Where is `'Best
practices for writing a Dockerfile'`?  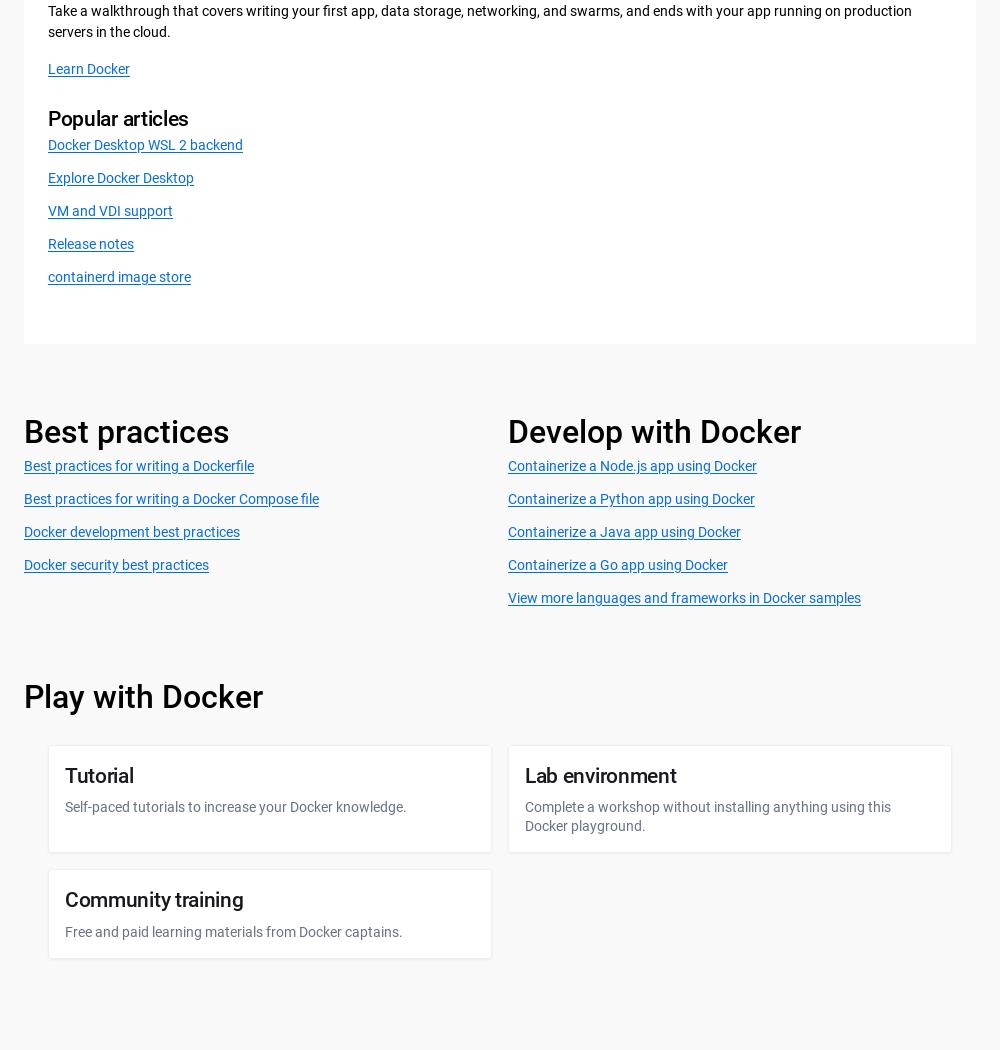
'Best
practices for writing a Dockerfile' is located at coordinates (24, 465).